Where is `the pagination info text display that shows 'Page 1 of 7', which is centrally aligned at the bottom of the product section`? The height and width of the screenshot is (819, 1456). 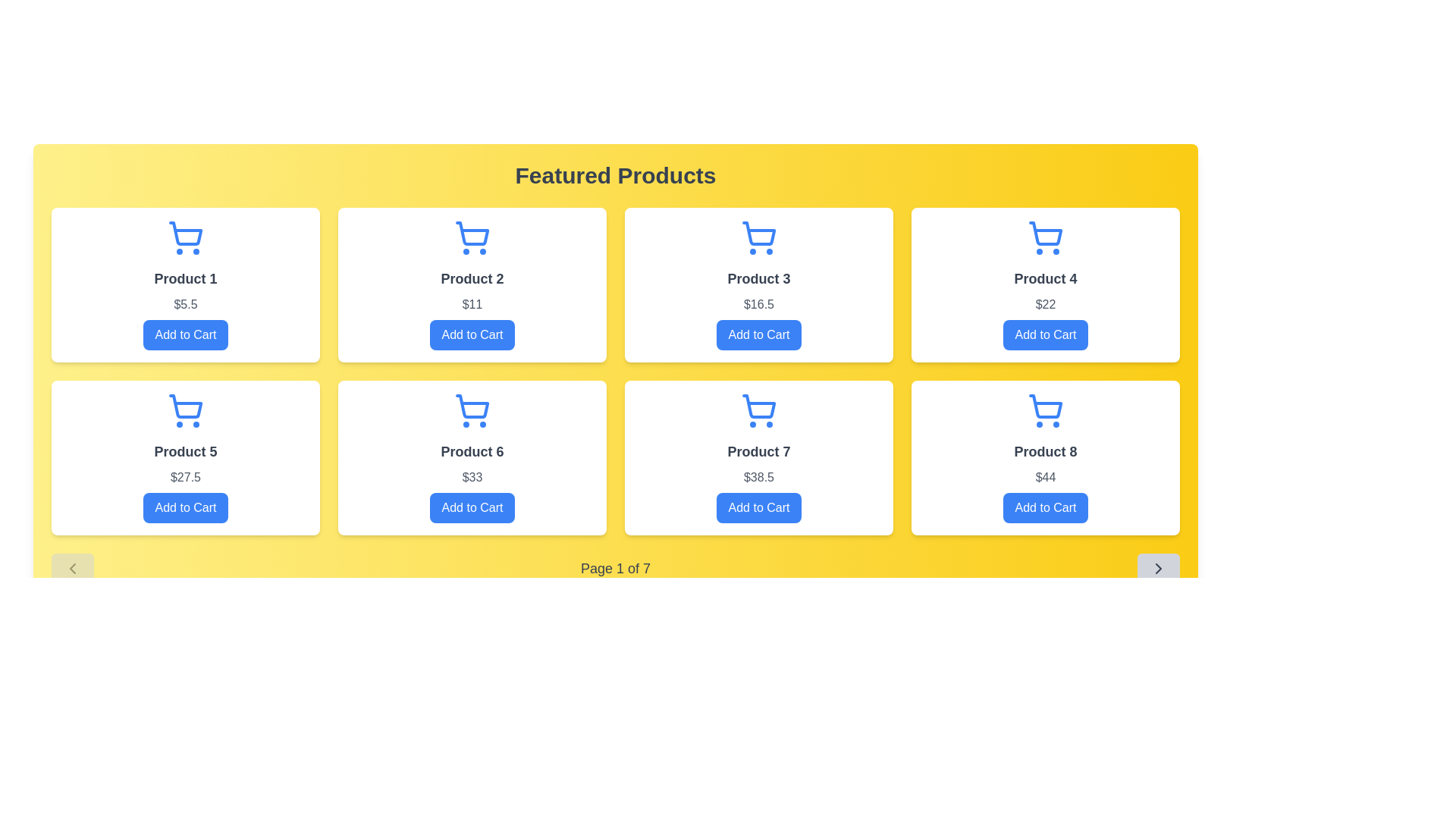 the pagination info text display that shows 'Page 1 of 7', which is centrally aligned at the bottom of the product section is located at coordinates (615, 568).